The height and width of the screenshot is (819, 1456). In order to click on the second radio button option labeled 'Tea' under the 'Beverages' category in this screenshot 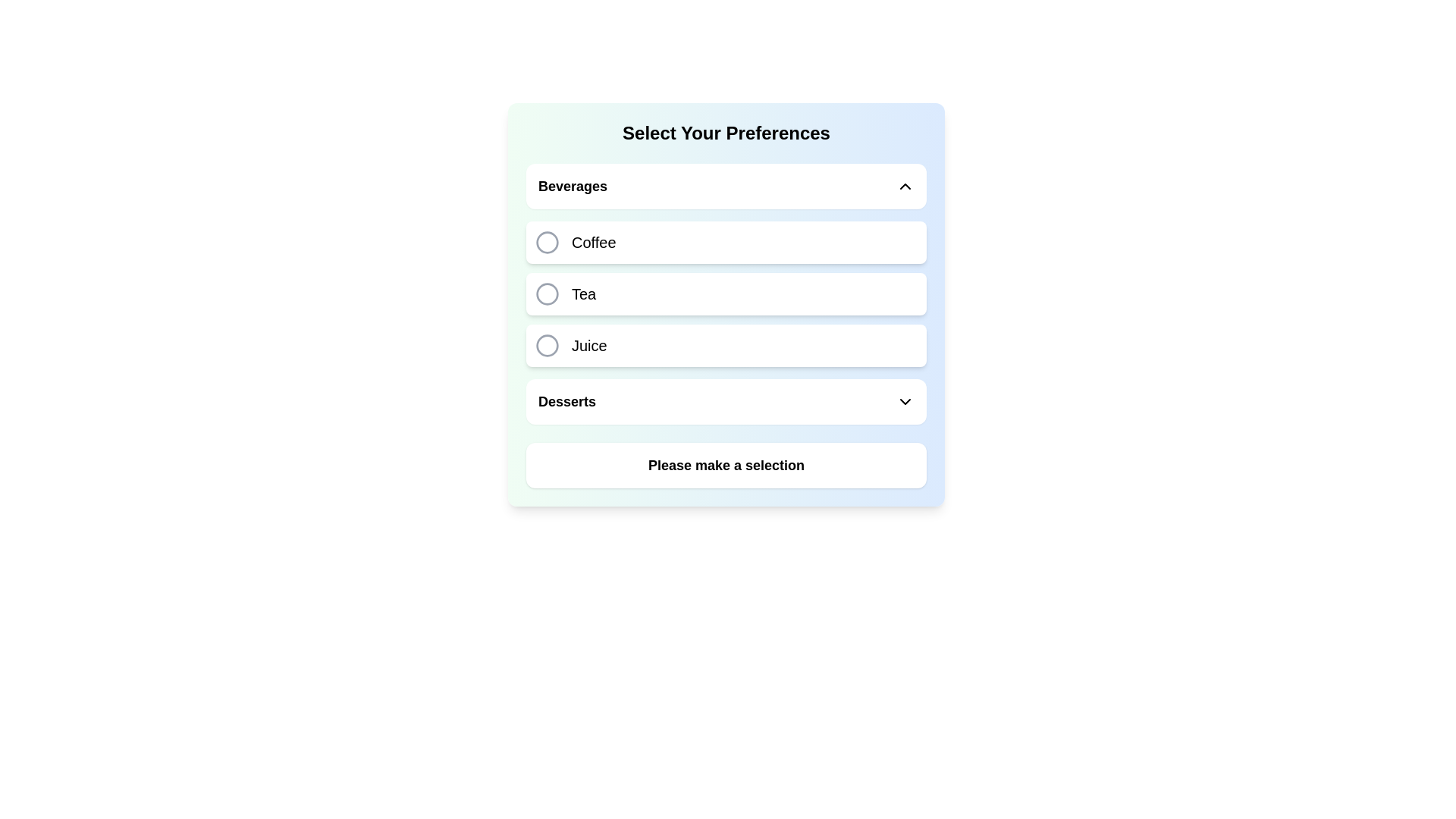, I will do `click(546, 294)`.